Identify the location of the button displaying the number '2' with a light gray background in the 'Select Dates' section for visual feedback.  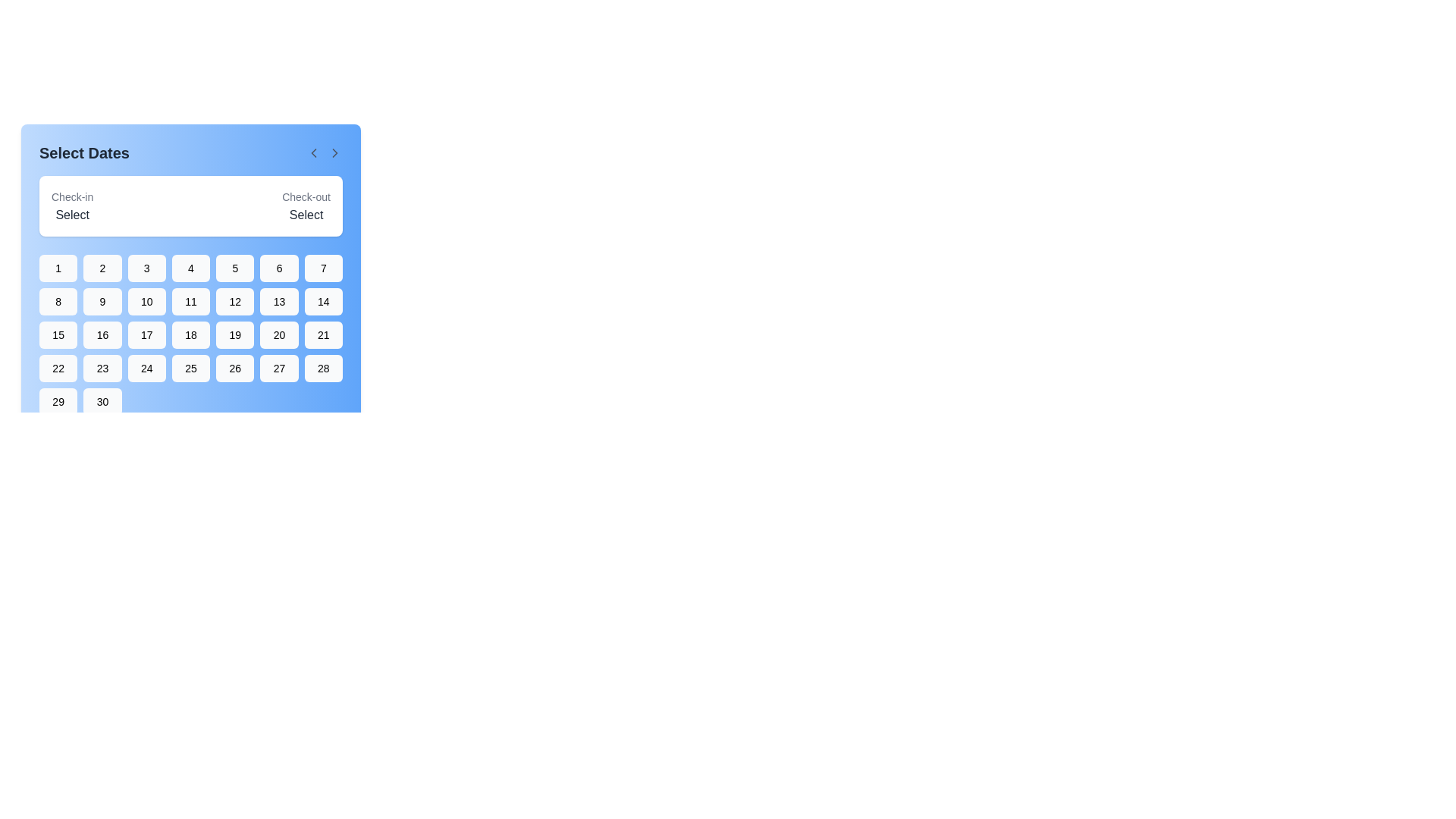
(102, 268).